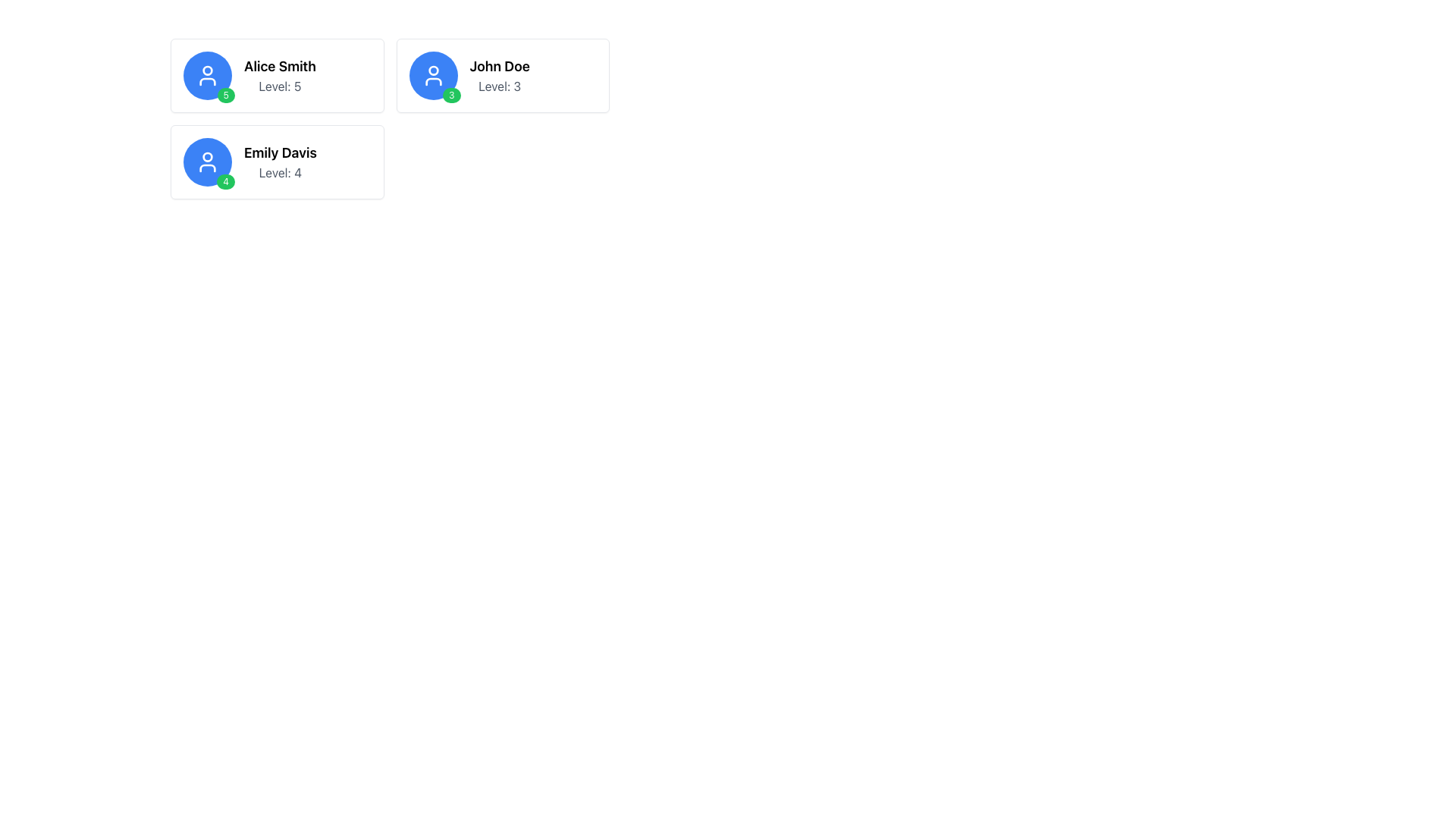 This screenshot has height=819, width=1456. What do you see at coordinates (450, 96) in the screenshot?
I see `the content of the small green circular Notification Badge with a white number '3' inside it, located at the bottom-right corner of the profile icon in the card labeled 'John Doe Level: 3'` at bounding box center [450, 96].